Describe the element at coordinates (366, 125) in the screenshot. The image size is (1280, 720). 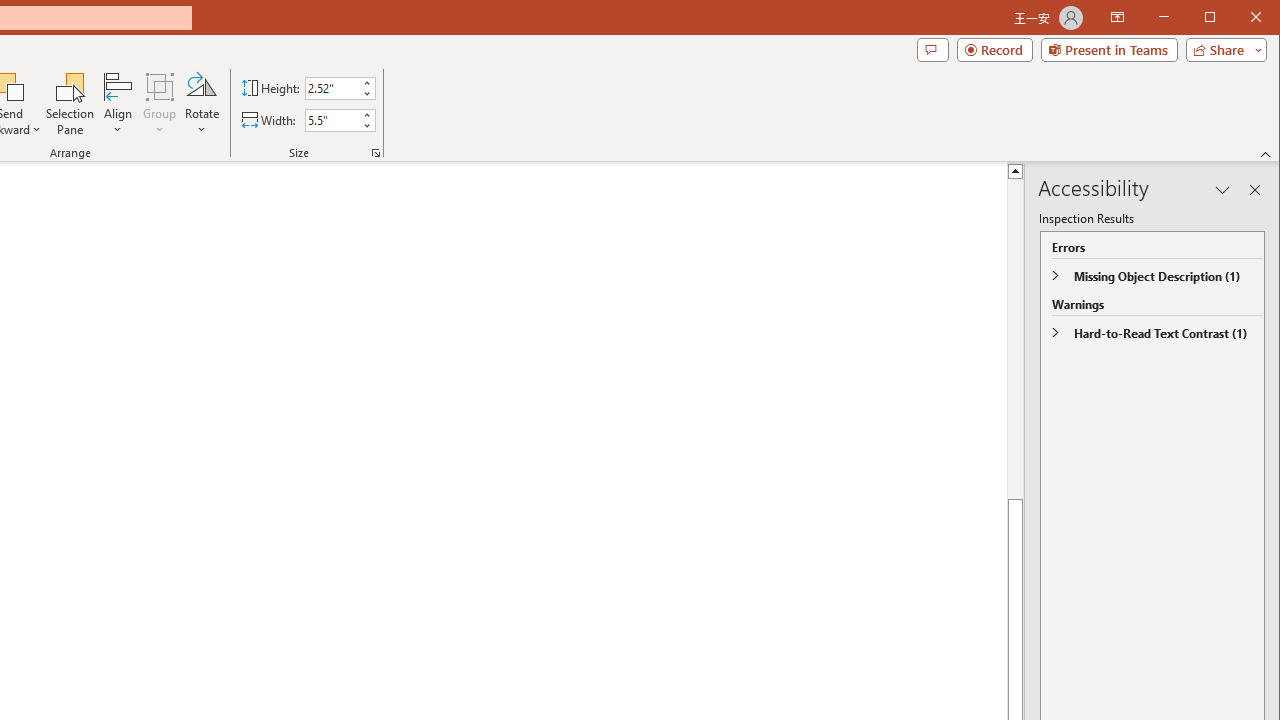
I see `'Less'` at that location.